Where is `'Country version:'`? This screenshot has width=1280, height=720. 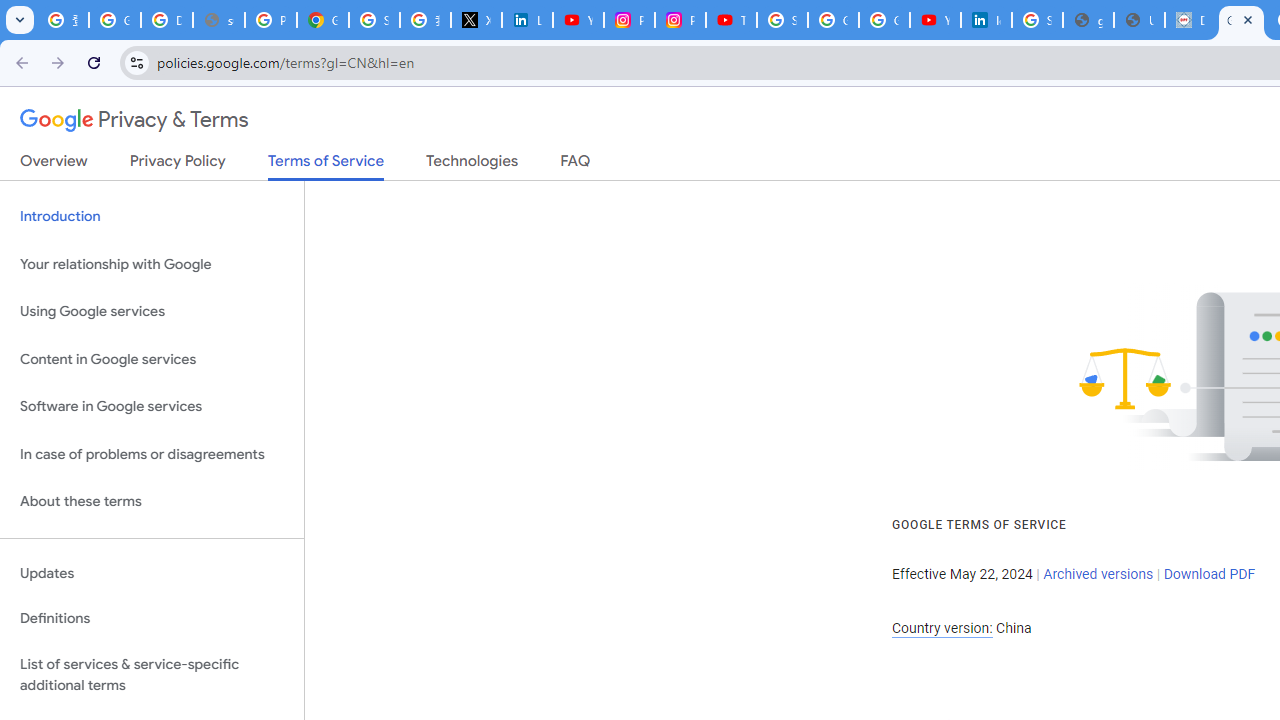
'Country version:' is located at coordinates (941, 627).